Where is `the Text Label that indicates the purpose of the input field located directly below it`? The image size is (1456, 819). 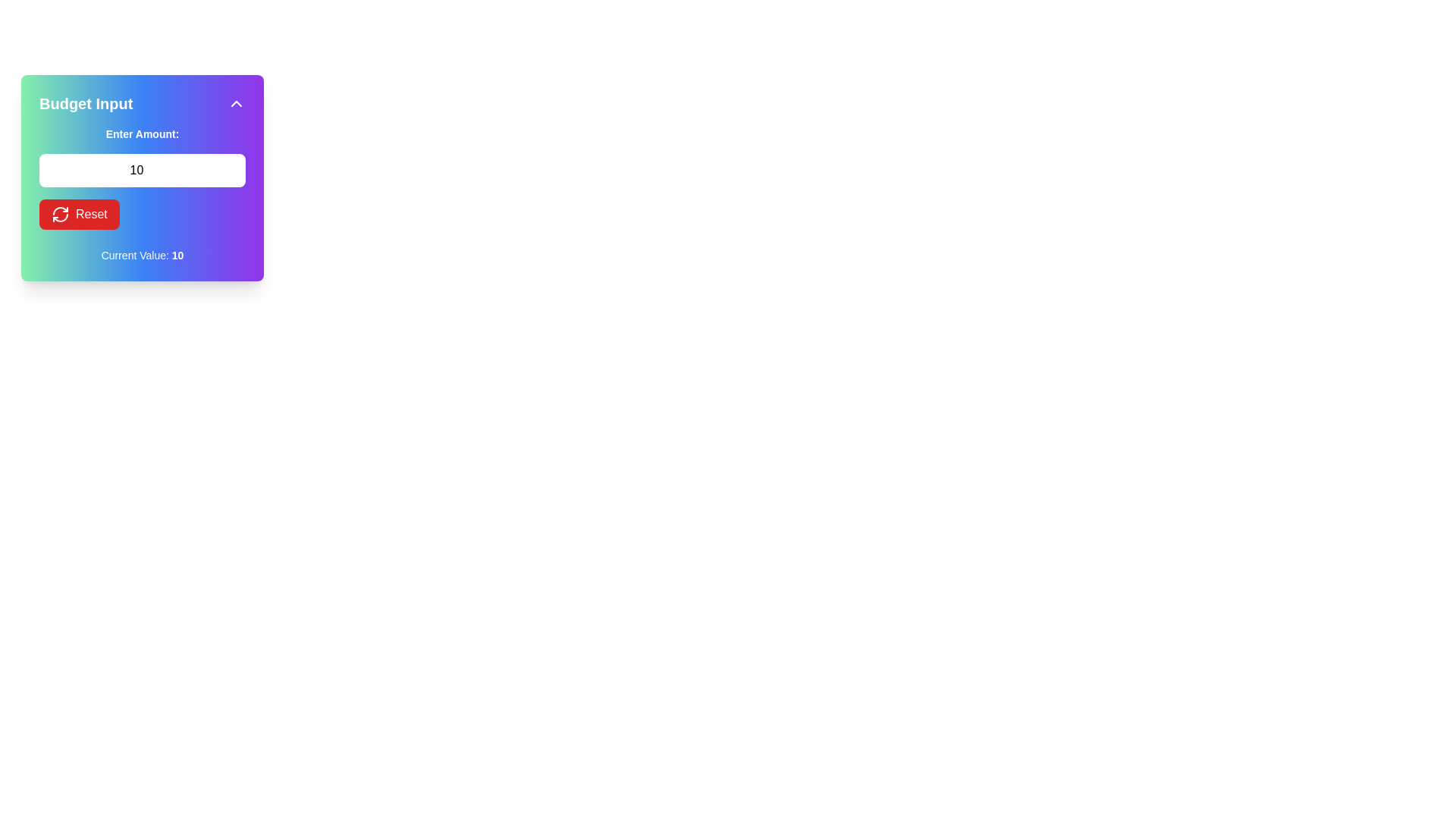
the Text Label that indicates the purpose of the input field located directly below it is located at coordinates (142, 133).